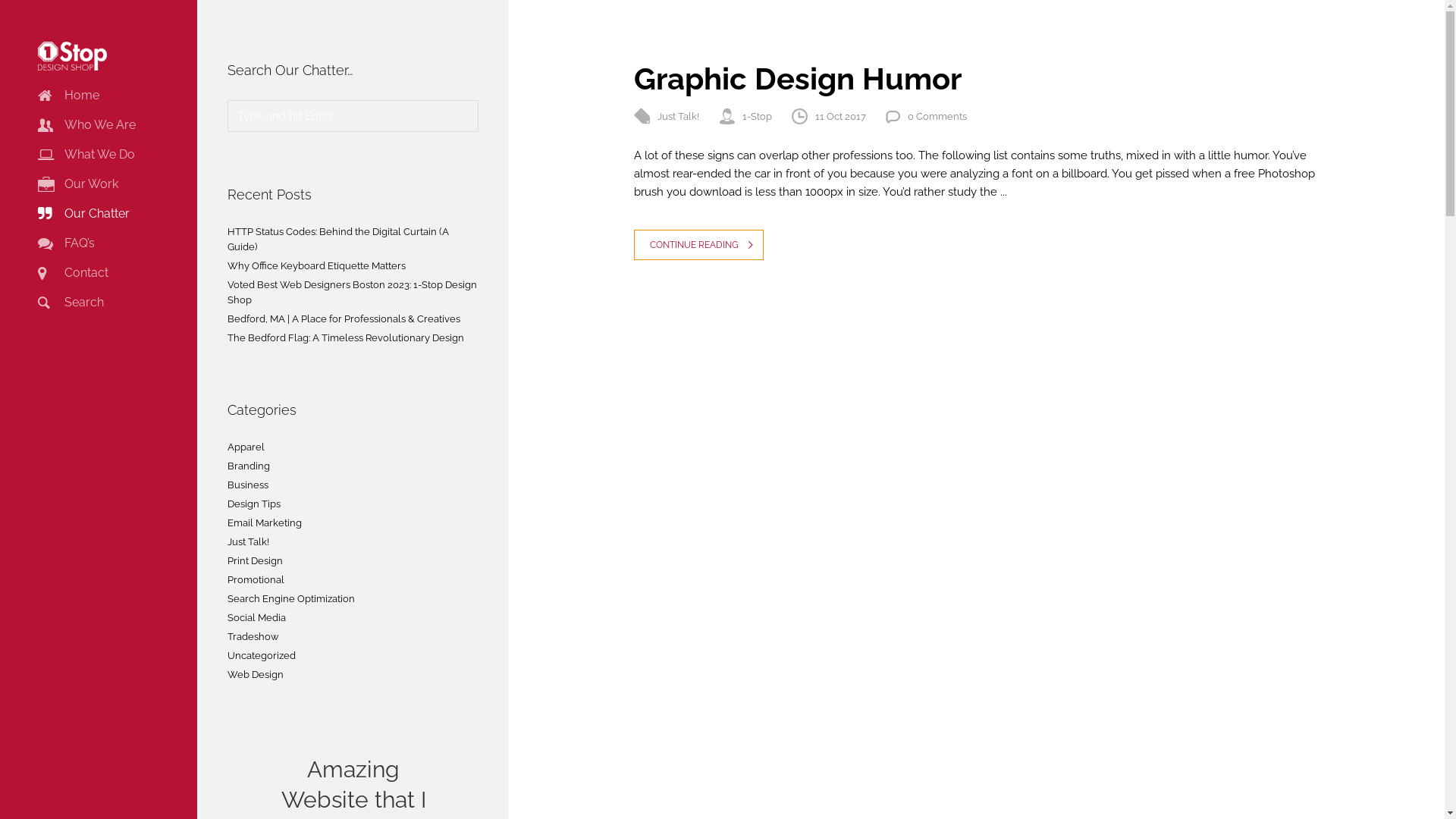 The image size is (1456, 819). Describe the element at coordinates (255, 561) in the screenshot. I see `'Print Design'` at that location.